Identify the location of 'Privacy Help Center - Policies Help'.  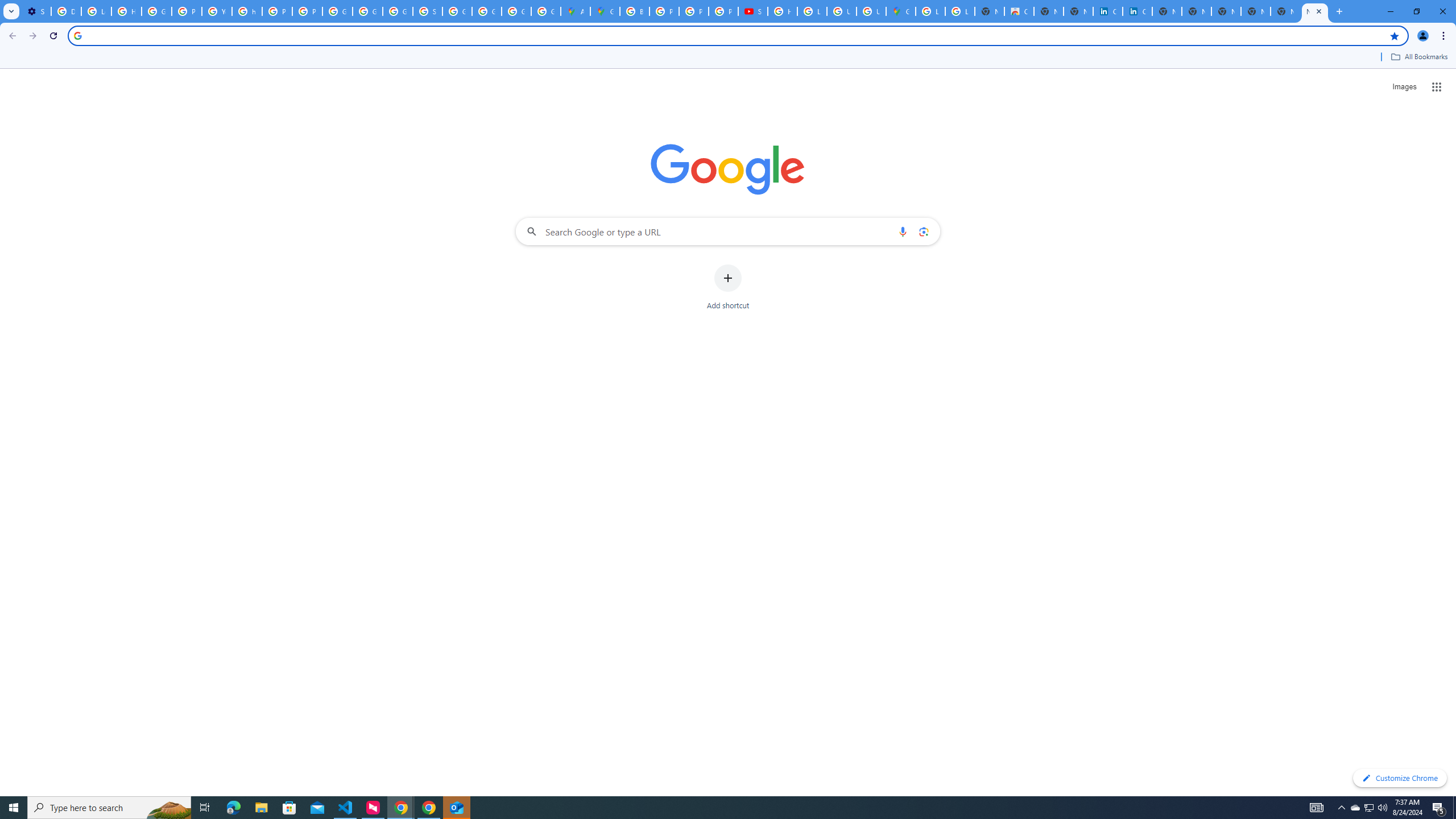
(693, 11).